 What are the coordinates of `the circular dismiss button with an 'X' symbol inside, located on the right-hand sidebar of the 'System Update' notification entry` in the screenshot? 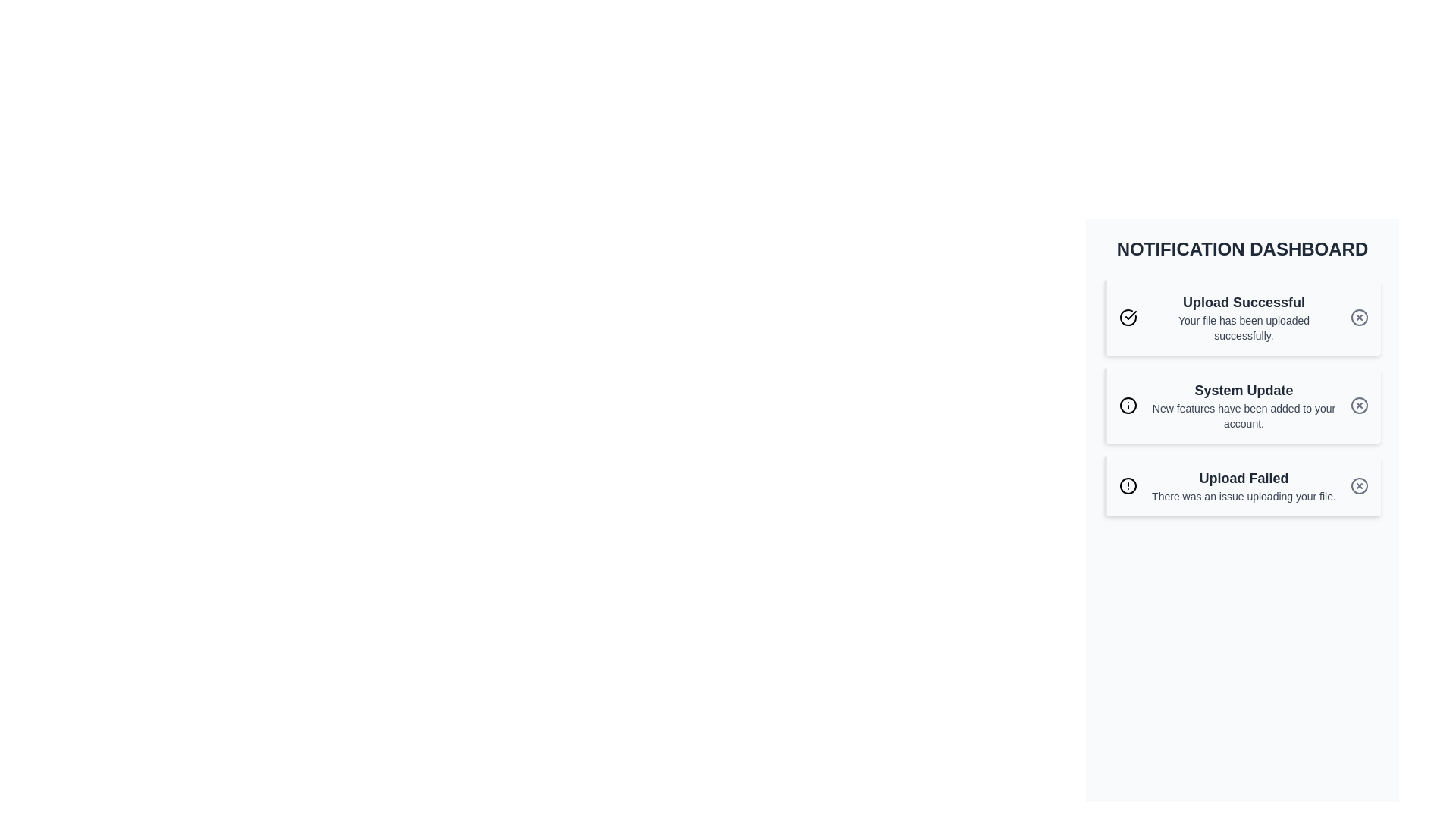 It's located at (1360, 405).